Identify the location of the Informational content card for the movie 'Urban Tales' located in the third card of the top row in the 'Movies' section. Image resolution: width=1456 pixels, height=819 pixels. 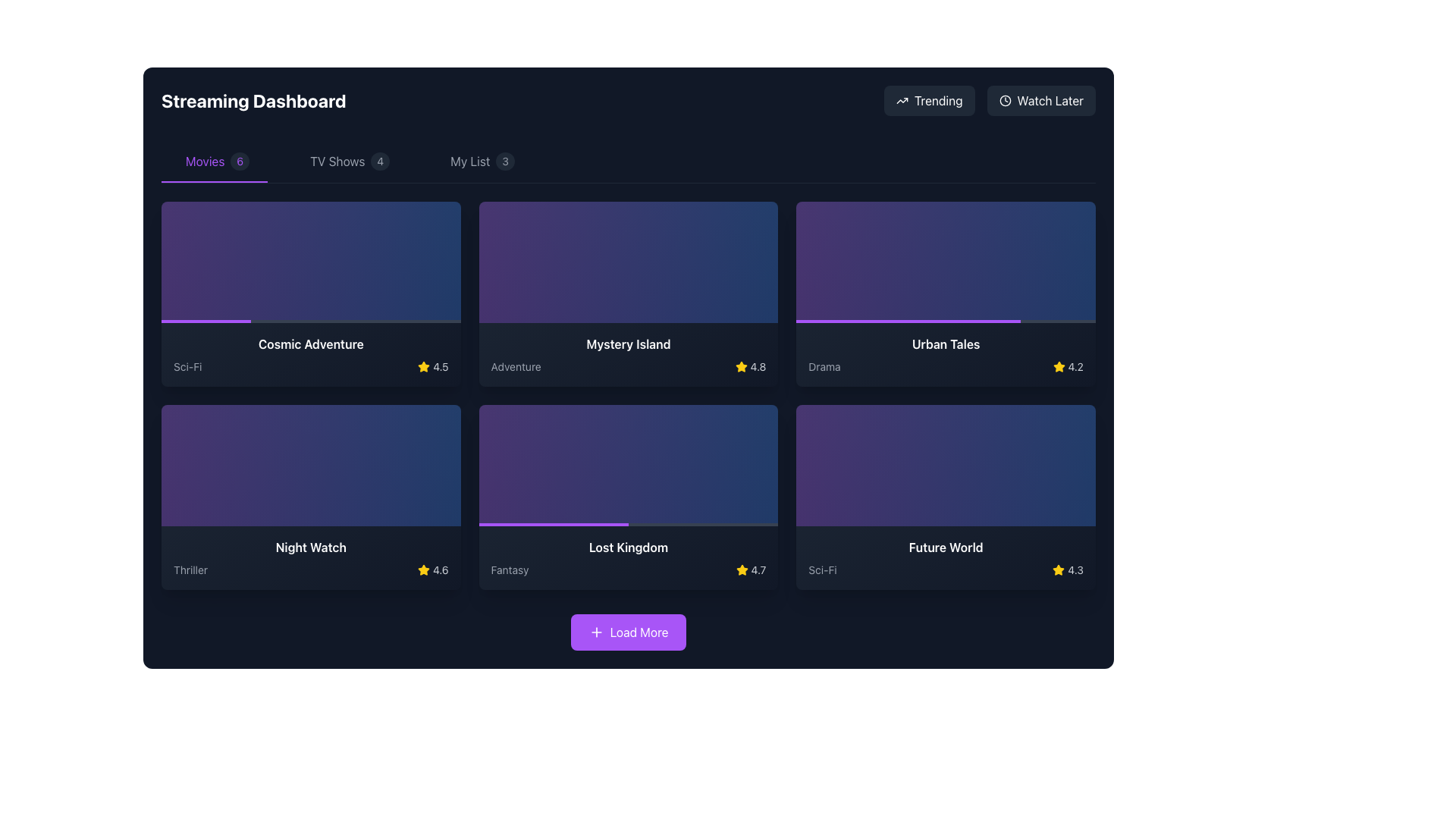
(945, 294).